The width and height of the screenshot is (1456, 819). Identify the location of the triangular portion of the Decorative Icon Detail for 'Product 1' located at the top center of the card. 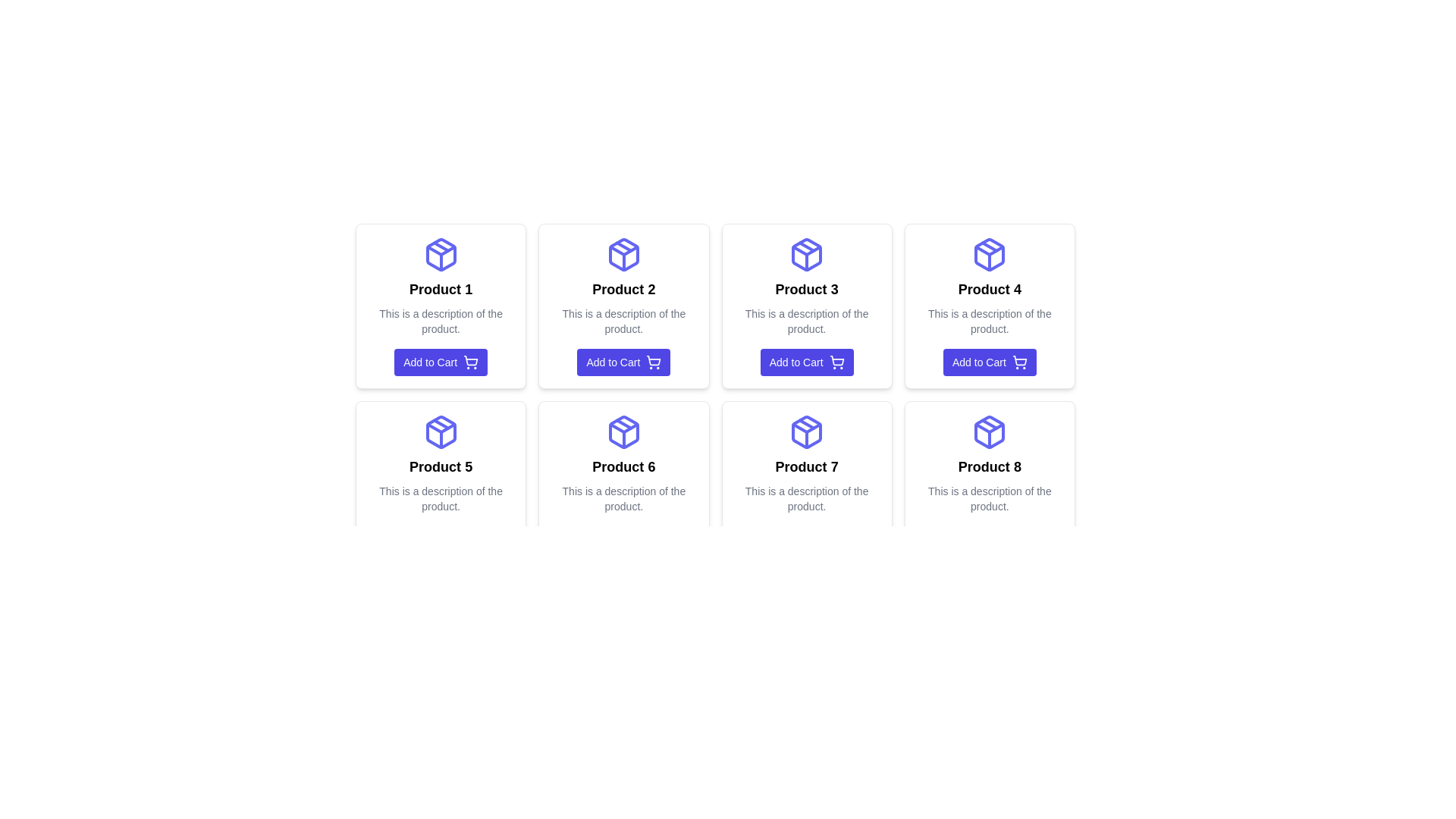
(440, 250).